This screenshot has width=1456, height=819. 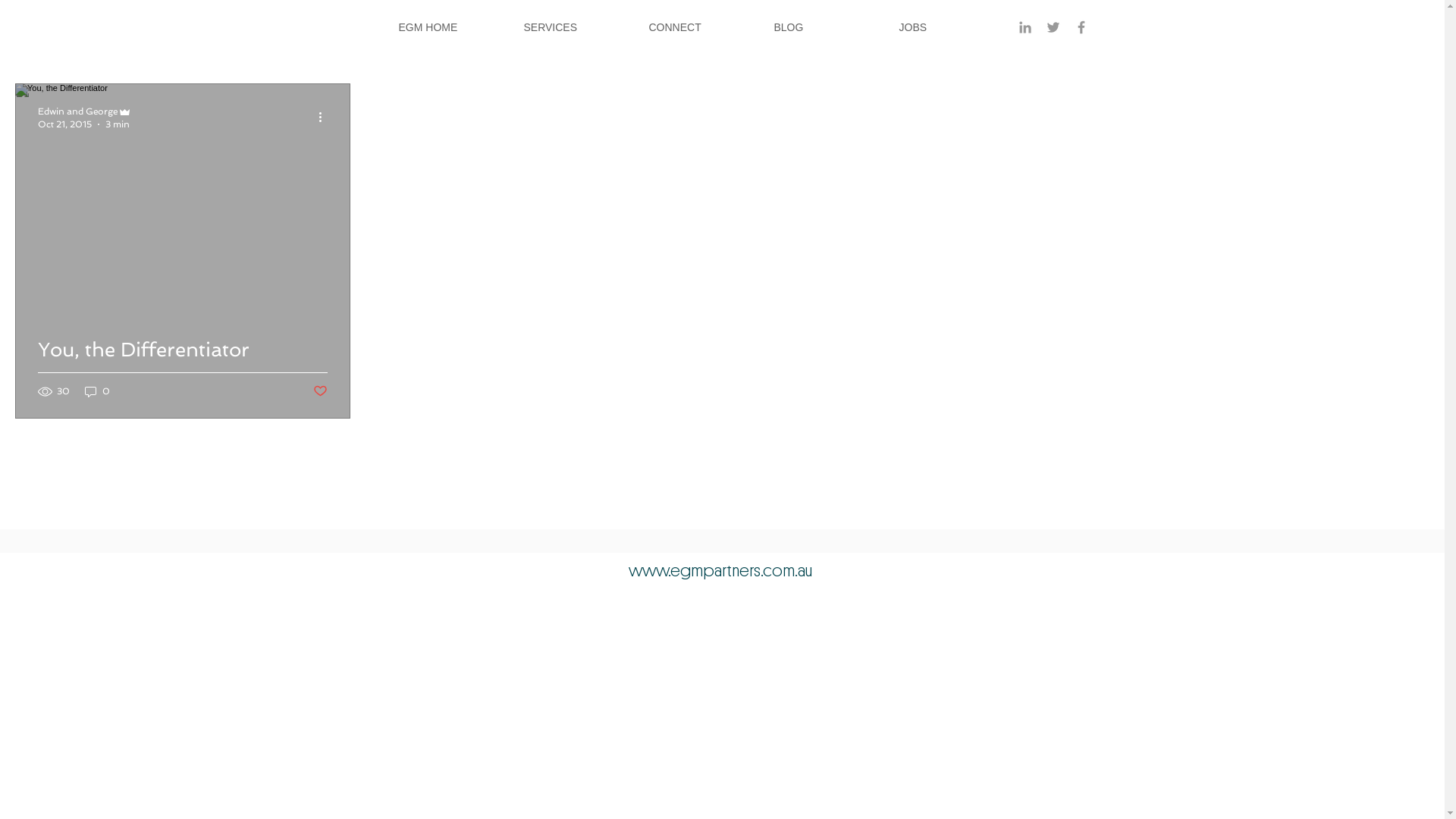 I want to click on 'Post not marked as liked', so click(x=319, y=391).